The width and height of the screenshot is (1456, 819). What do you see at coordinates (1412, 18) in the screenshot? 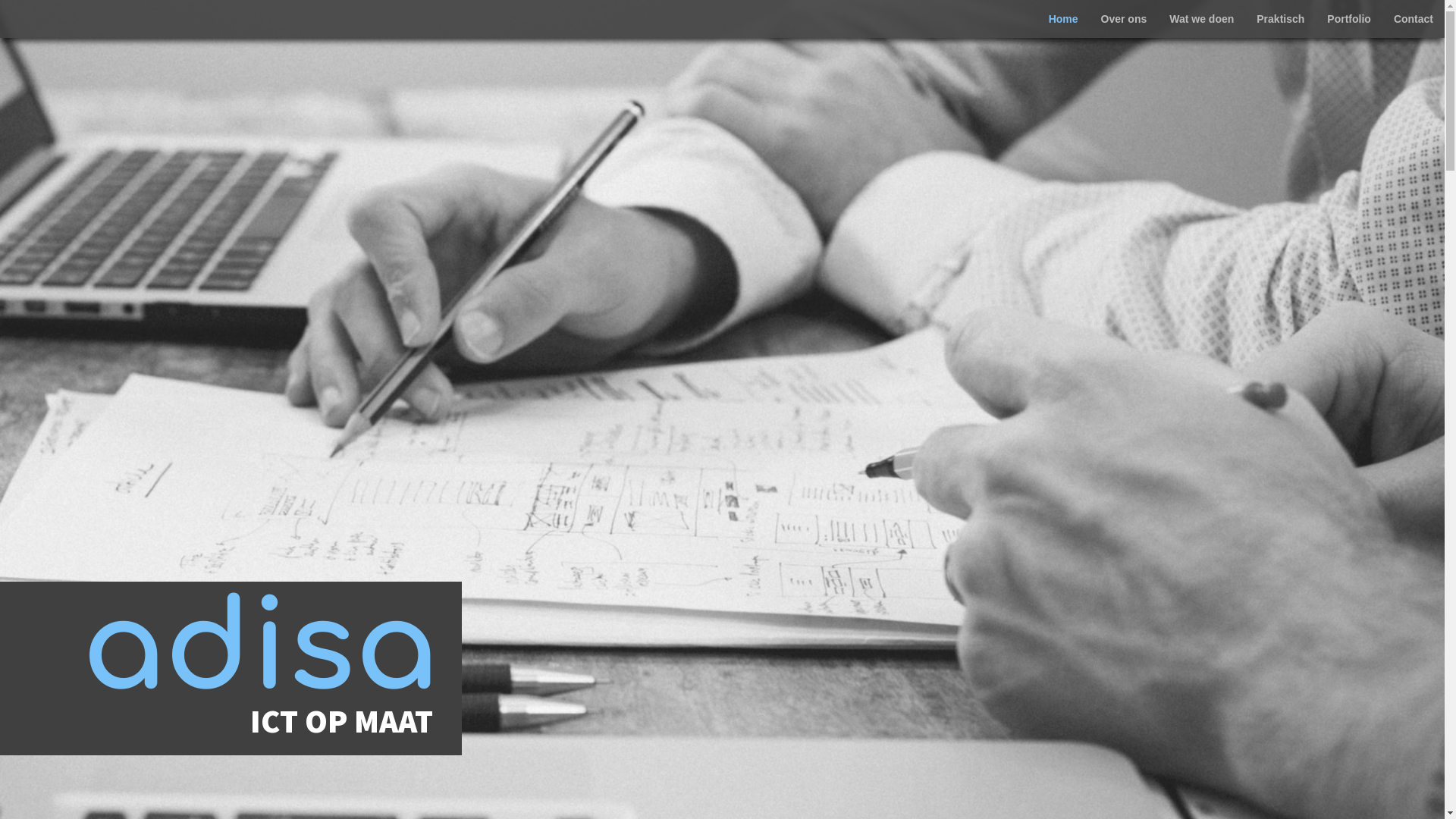
I see `'Contact'` at bounding box center [1412, 18].